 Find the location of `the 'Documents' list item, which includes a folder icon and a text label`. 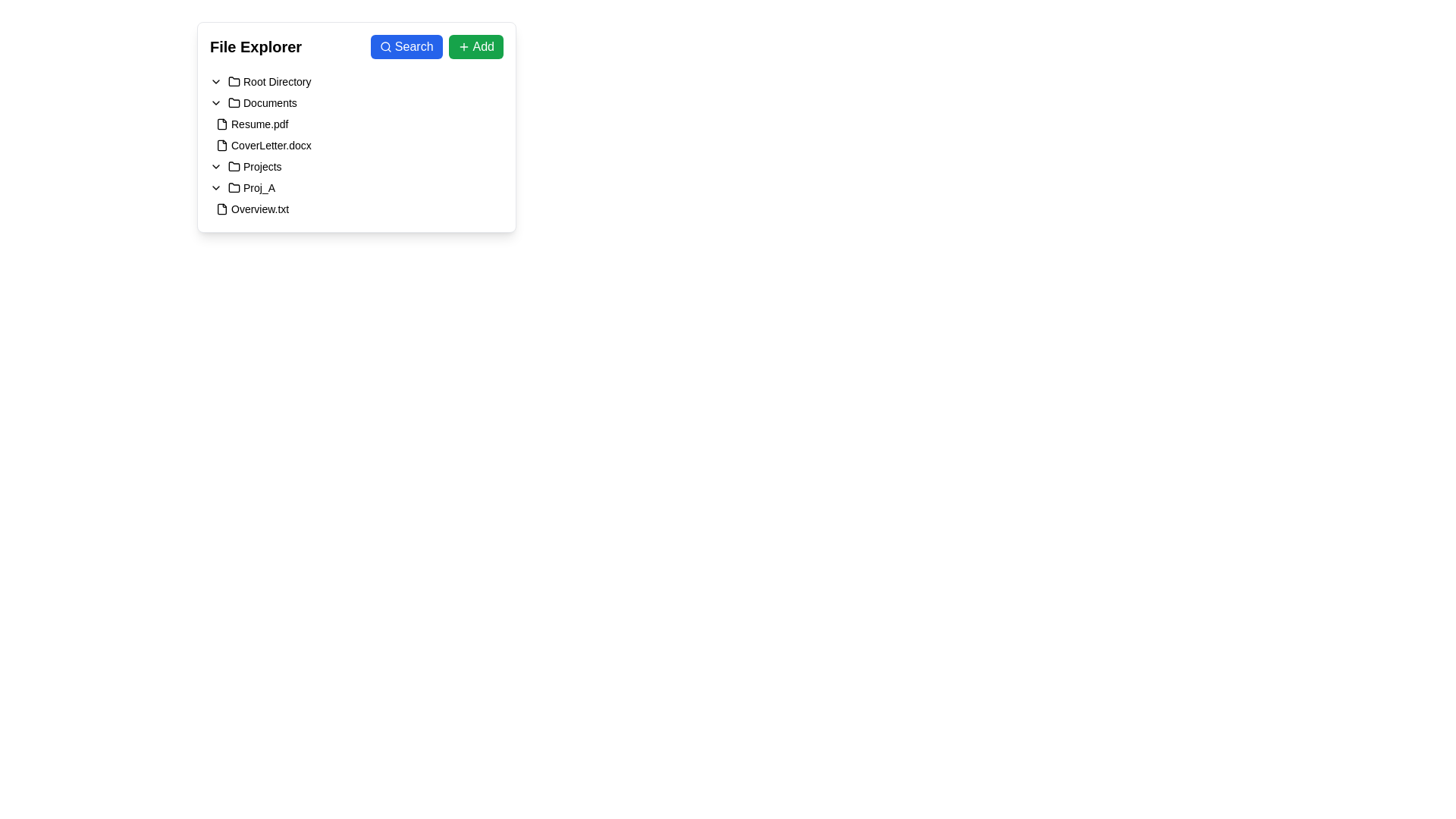

the 'Documents' list item, which includes a folder icon and a text label is located at coordinates (262, 102).